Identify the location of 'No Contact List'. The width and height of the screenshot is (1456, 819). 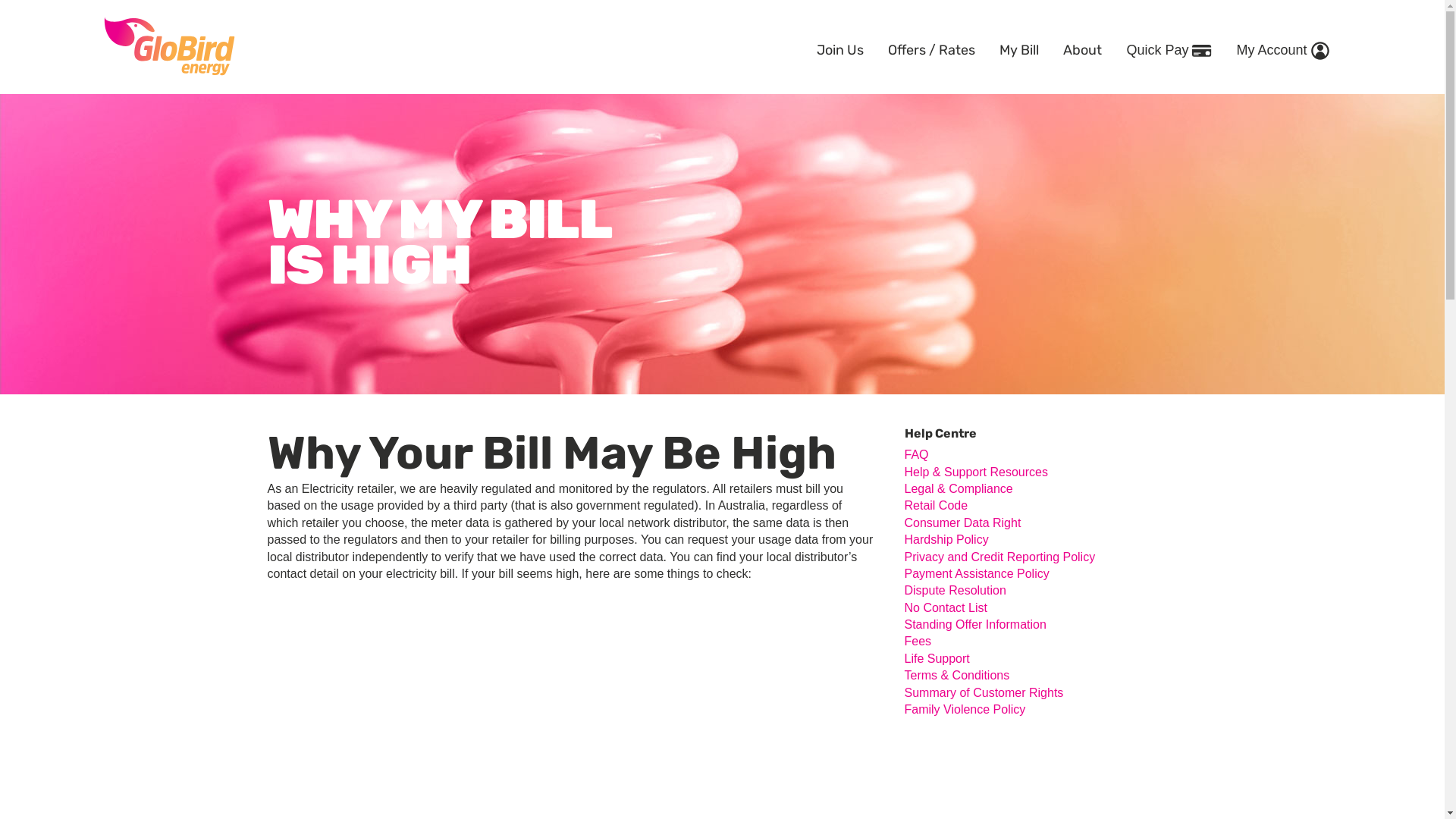
(903, 607).